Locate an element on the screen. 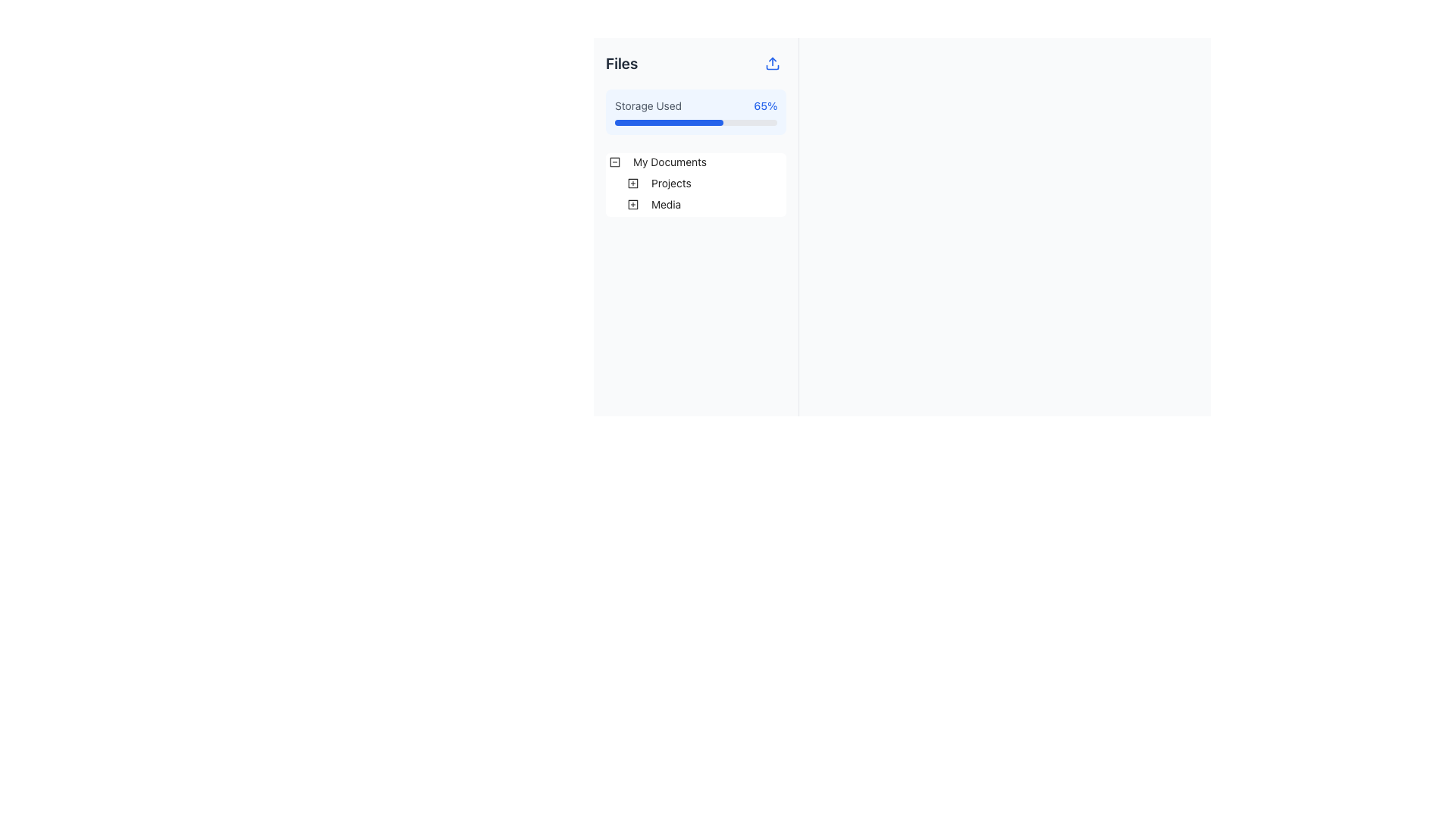 This screenshot has width=1456, height=819. the progress bar segment that indicates the storage used, located under the 'Storage Used' label and beside the '65%' text display is located at coordinates (668, 122).